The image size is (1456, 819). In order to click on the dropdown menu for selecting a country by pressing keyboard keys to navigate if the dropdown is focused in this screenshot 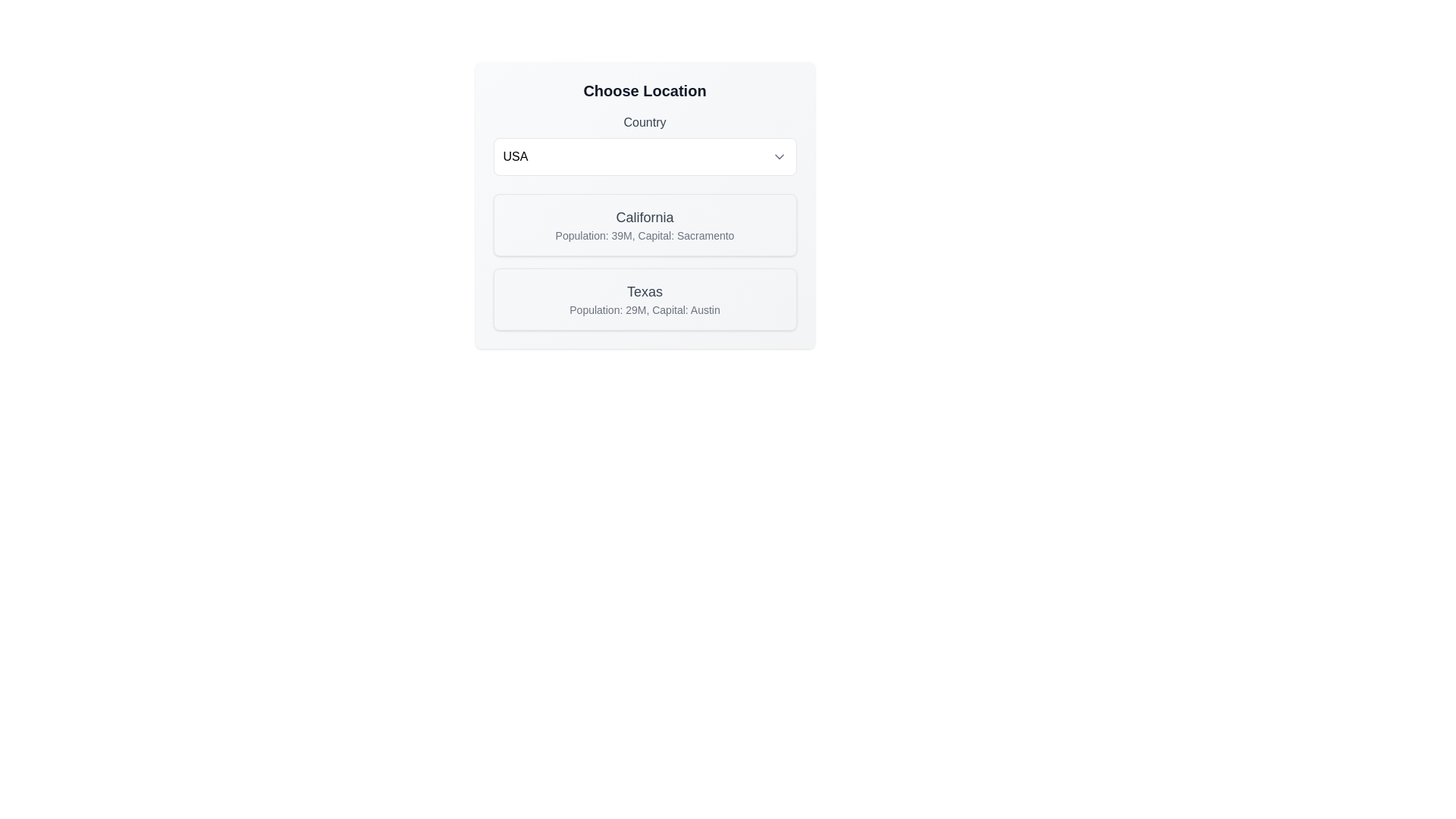, I will do `click(645, 145)`.